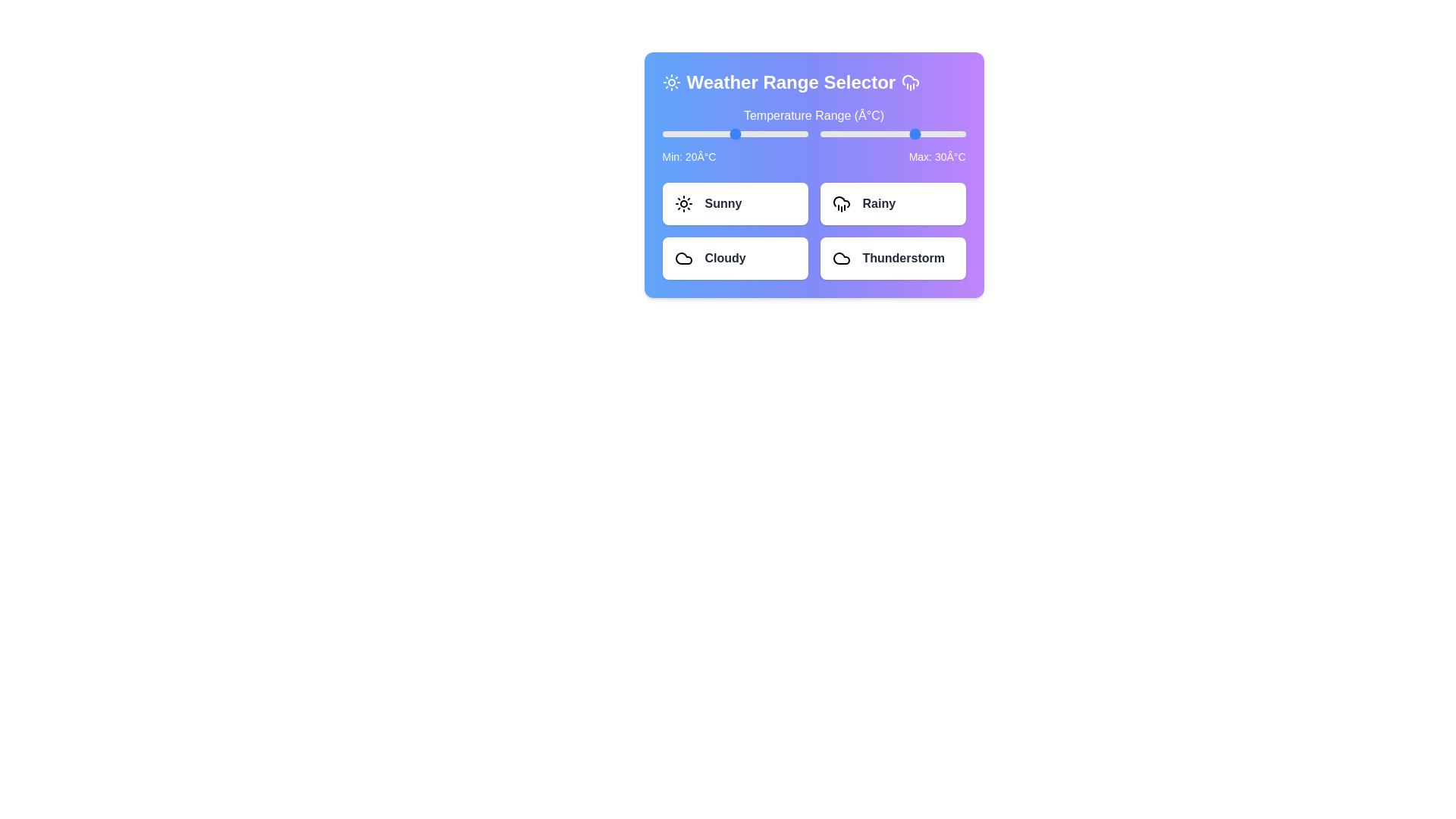  Describe the element at coordinates (893, 203) in the screenshot. I see `the 'Rainy' weather condition button` at that location.